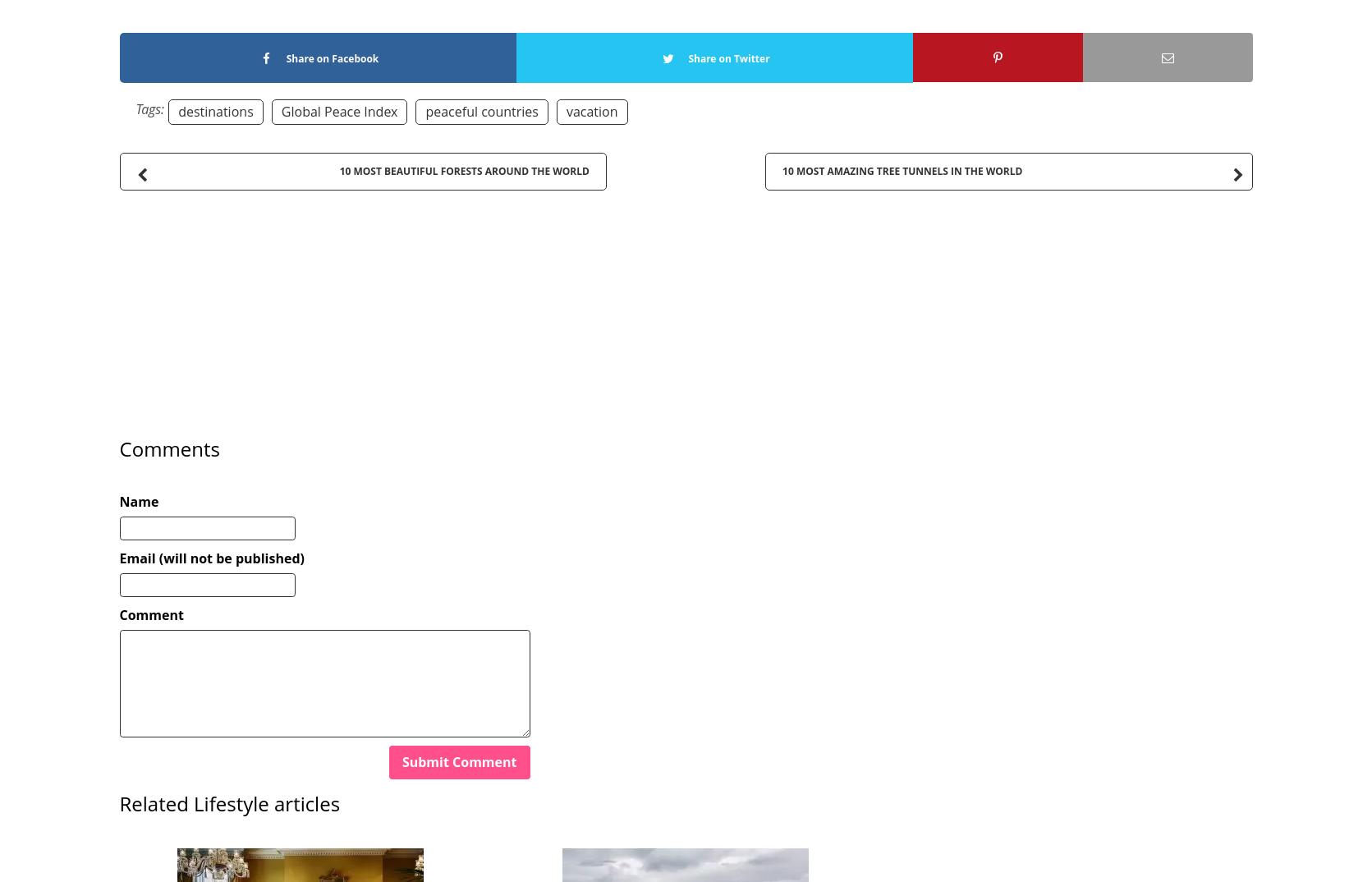  Describe the element at coordinates (178, 110) in the screenshot. I see `'destinations'` at that location.